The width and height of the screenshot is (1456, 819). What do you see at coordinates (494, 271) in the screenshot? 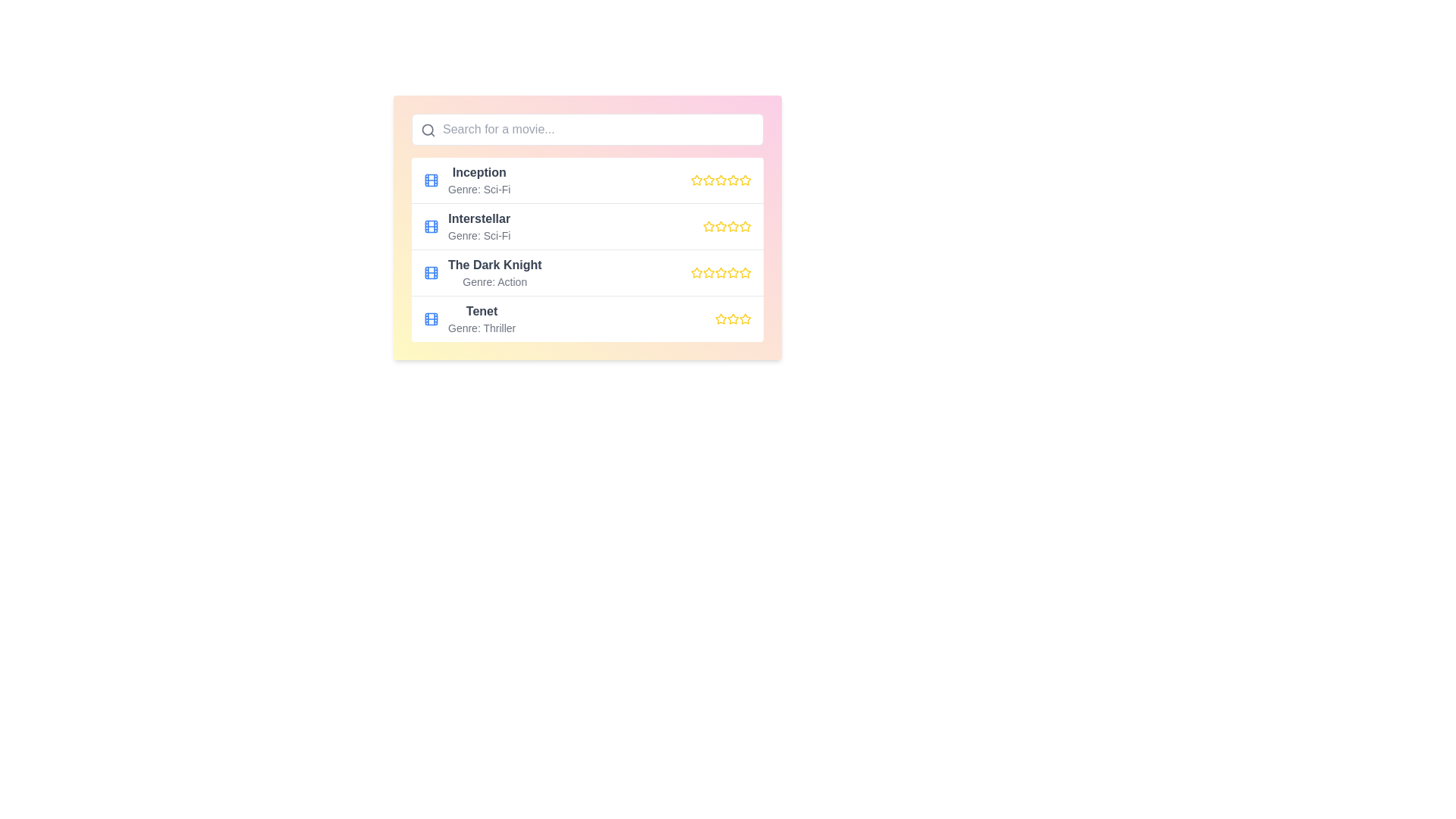
I see `the Text display block that shows the title and genre of the movie 'The Dark Knight', positioned as the third item in a vertical list of movie entries` at bounding box center [494, 271].